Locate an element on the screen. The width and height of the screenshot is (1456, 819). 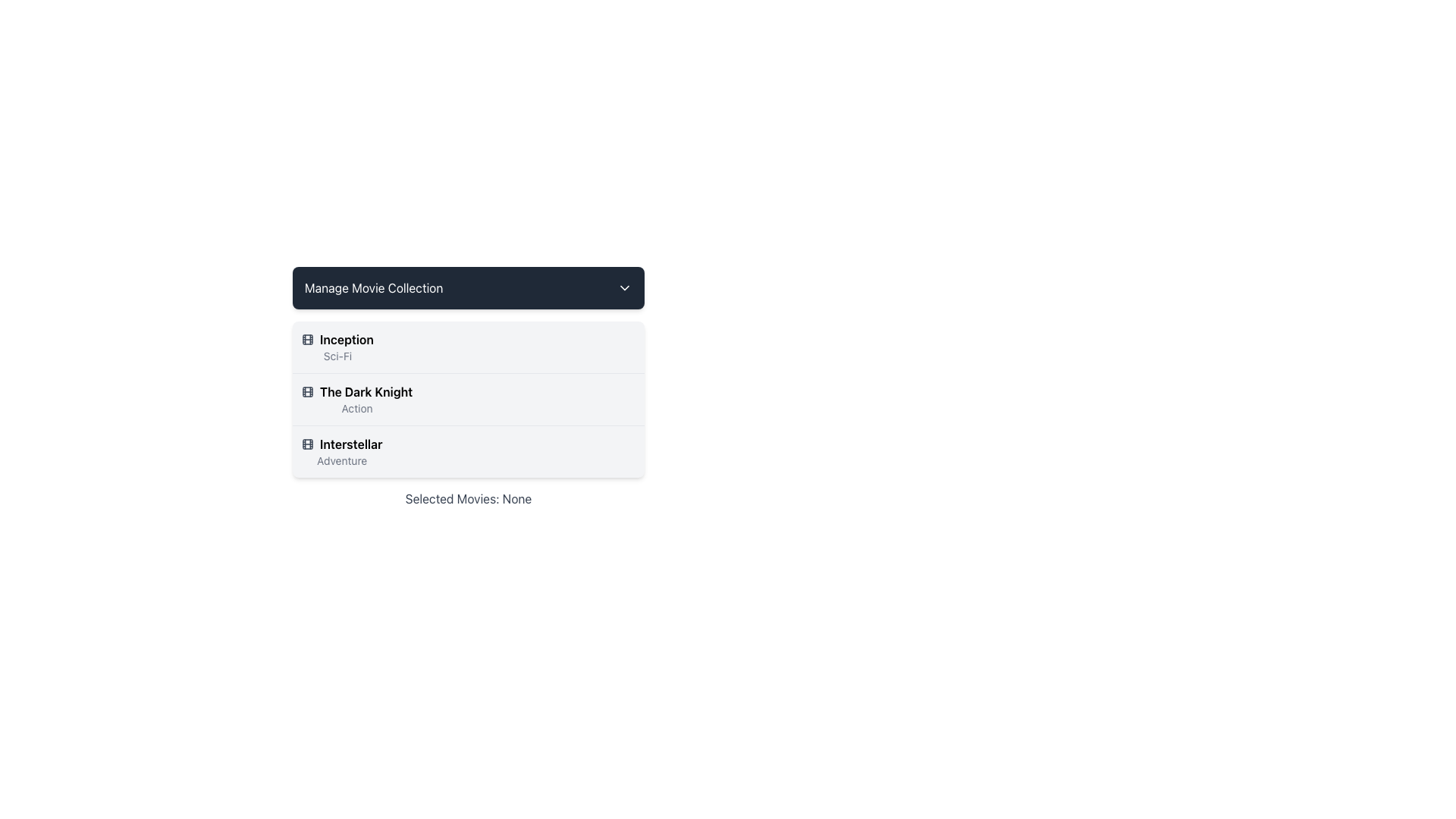
the text label displaying 'The Dark Knight' next to the film reel icon is located at coordinates (356, 391).